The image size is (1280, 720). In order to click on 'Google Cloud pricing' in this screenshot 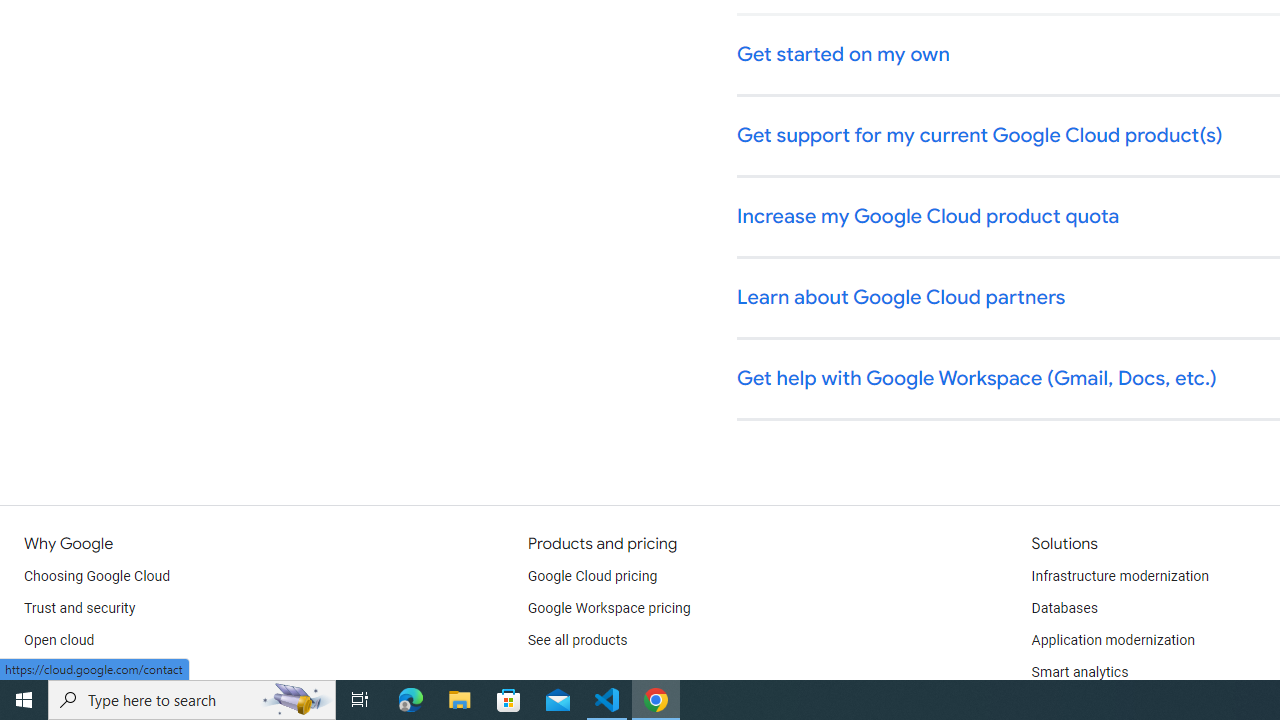, I will do `click(591, 577)`.